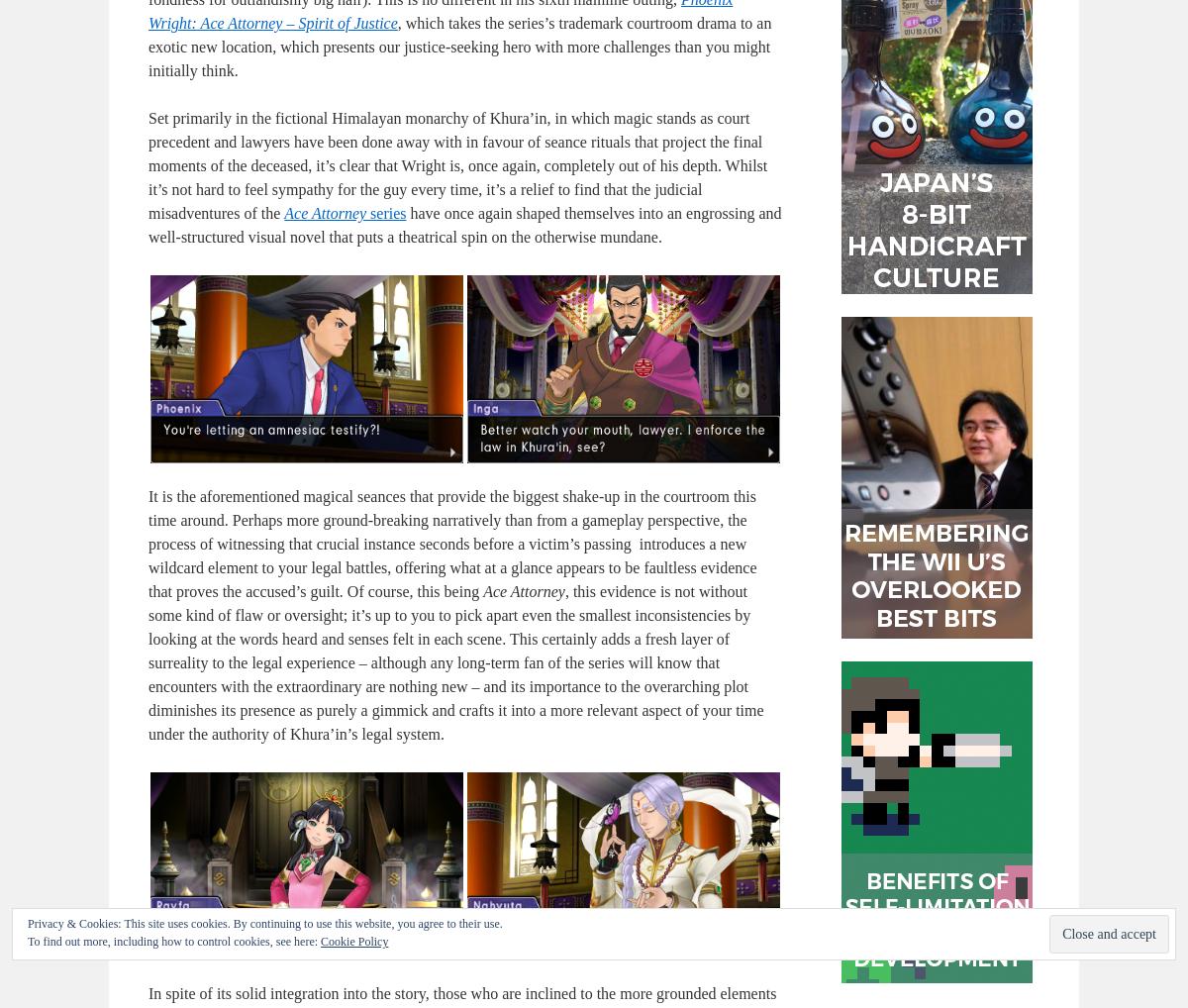  What do you see at coordinates (386, 212) in the screenshot?
I see `'series'` at bounding box center [386, 212].